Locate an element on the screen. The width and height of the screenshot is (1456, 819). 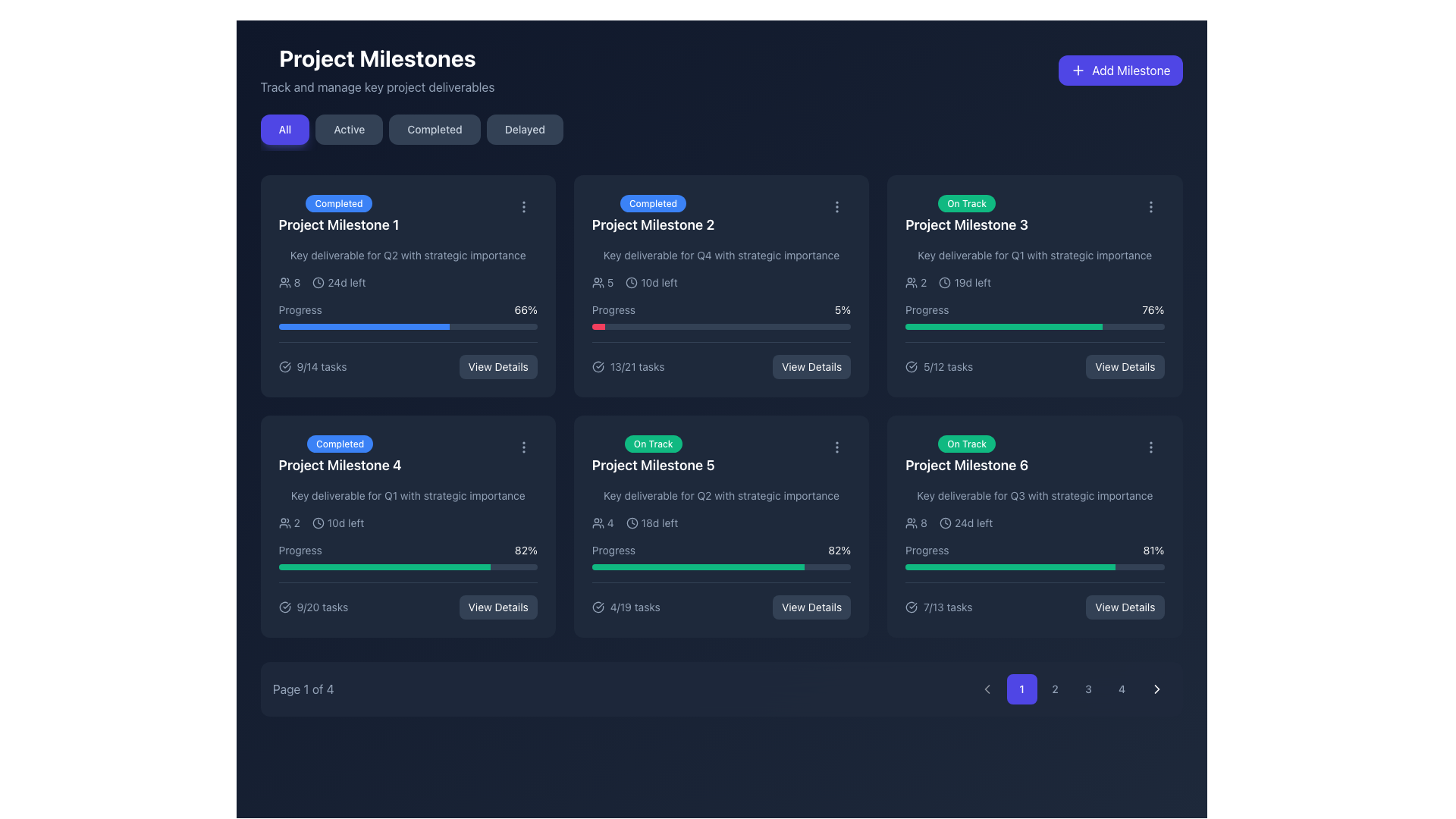
the Chevron left icon used for navigating to the previous page in the pagination section, located above the '1' pagination button is located at coordinates (987, 689).